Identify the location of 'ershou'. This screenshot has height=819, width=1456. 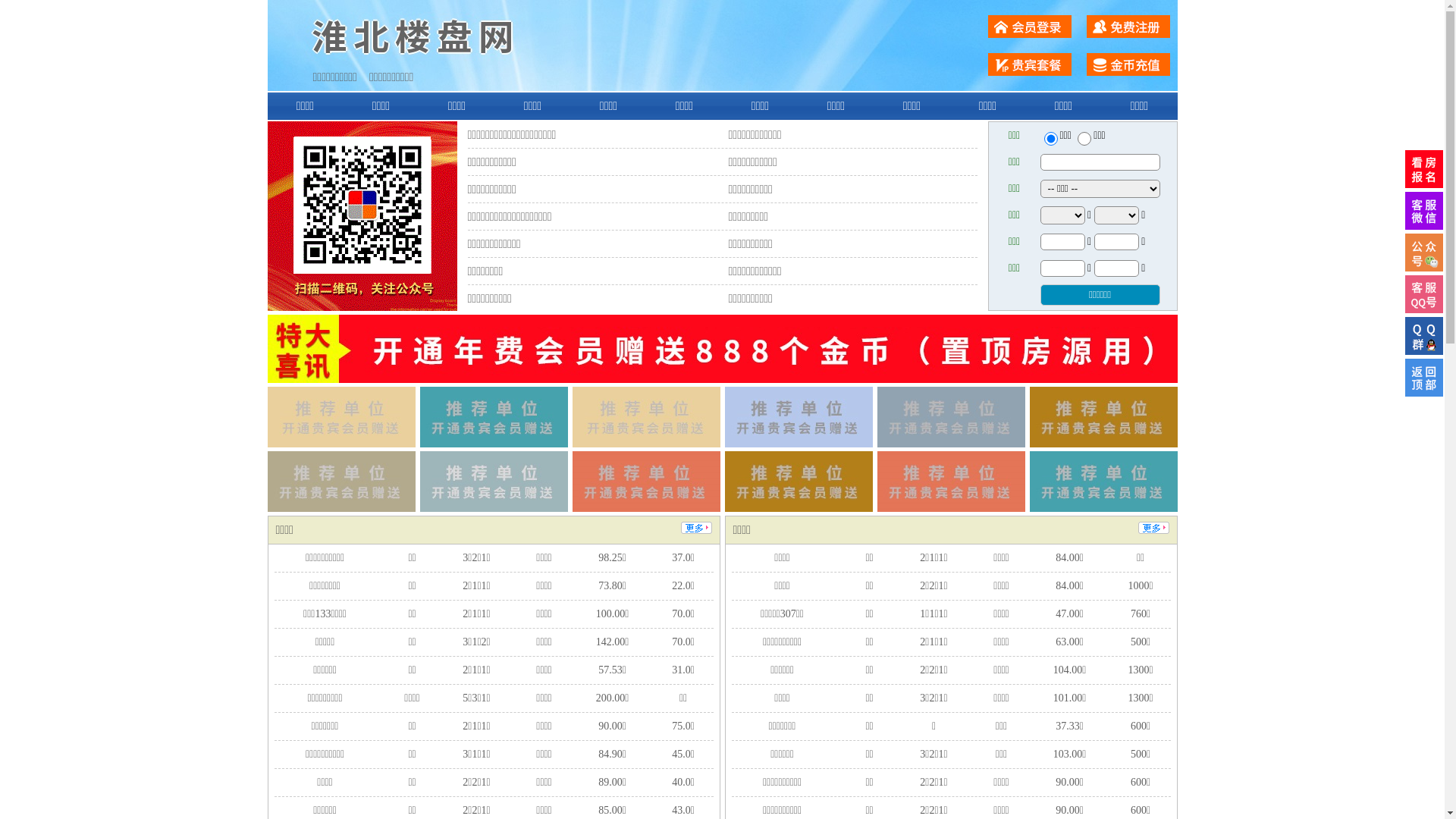
(1050, 138).